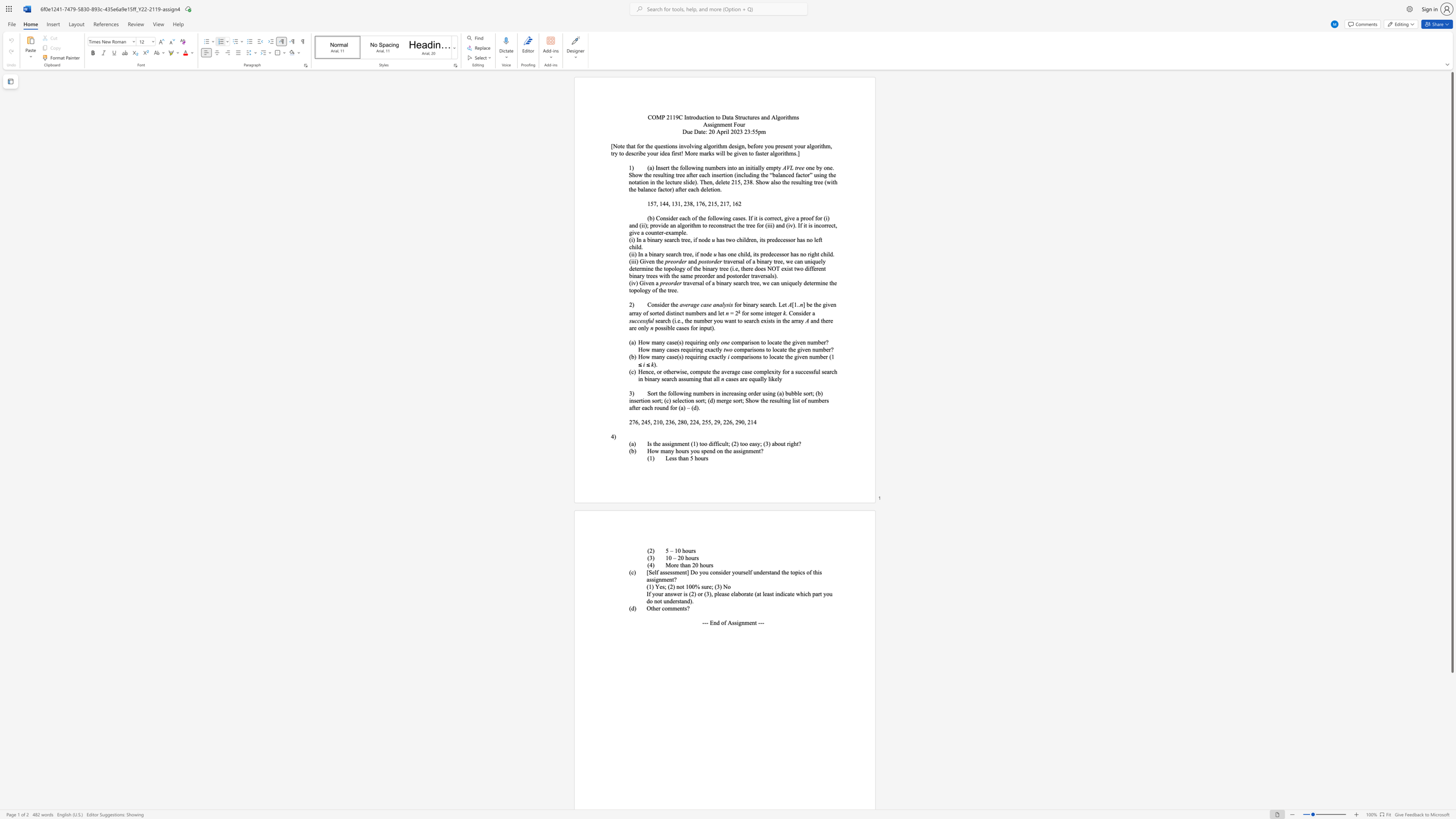 Image resolution: width=1456 pixels, height=819 pixels. I want to click on the 1th character "s" in the text, so click(711, 564).